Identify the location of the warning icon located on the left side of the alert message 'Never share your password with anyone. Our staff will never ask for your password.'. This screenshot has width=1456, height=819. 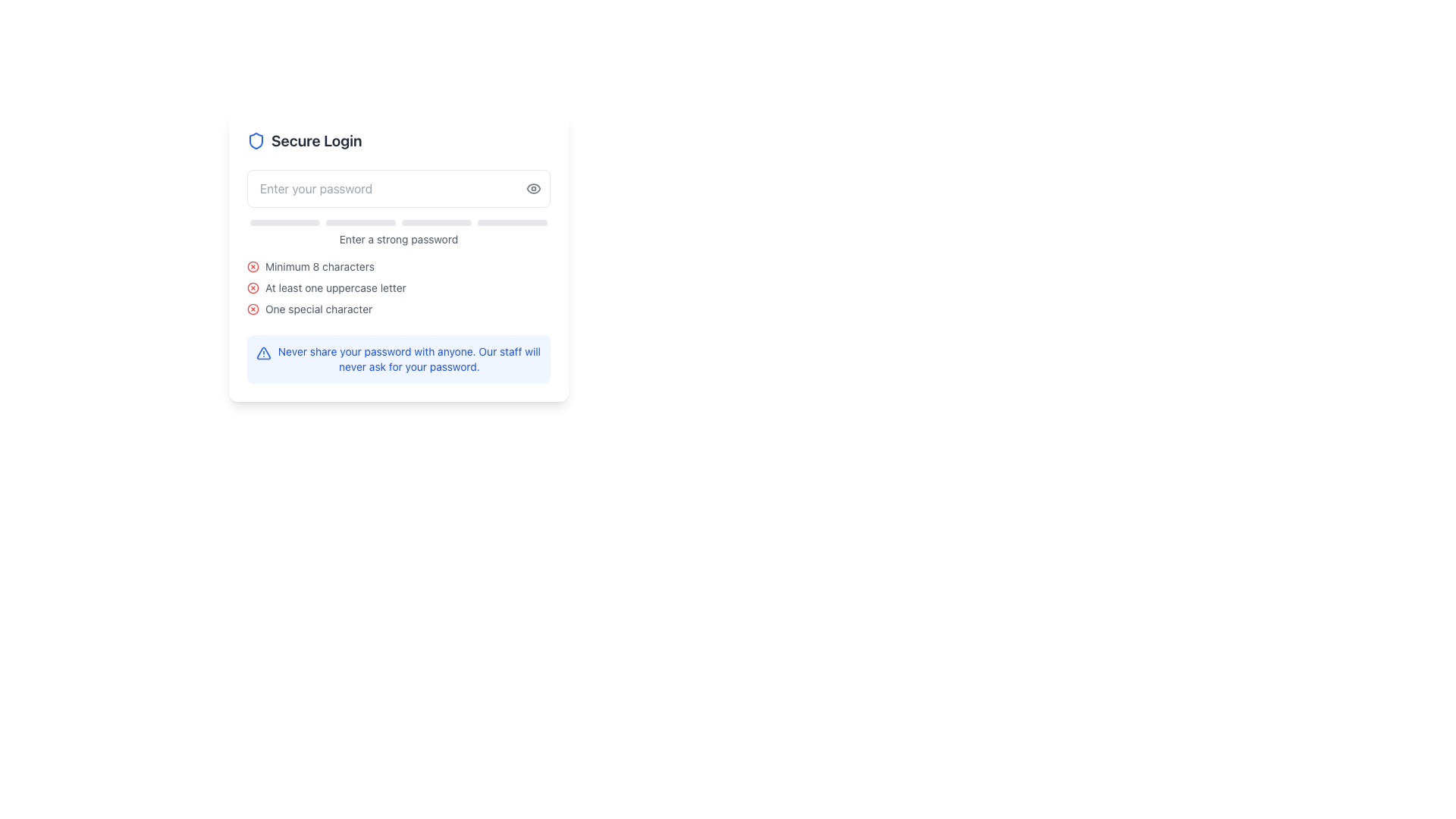
(263, 353).